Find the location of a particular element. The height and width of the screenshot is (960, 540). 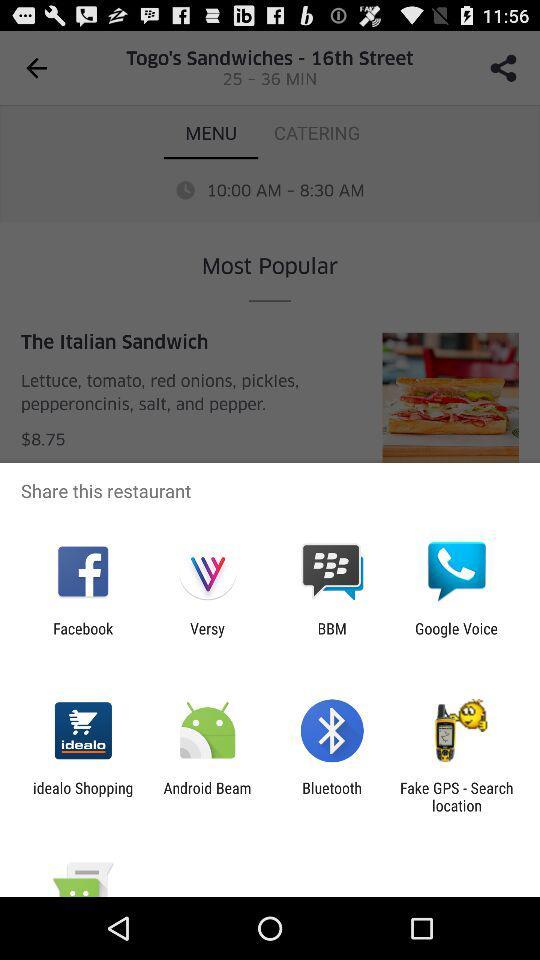

idealo shopping icon is located at coordinates (82, 796).